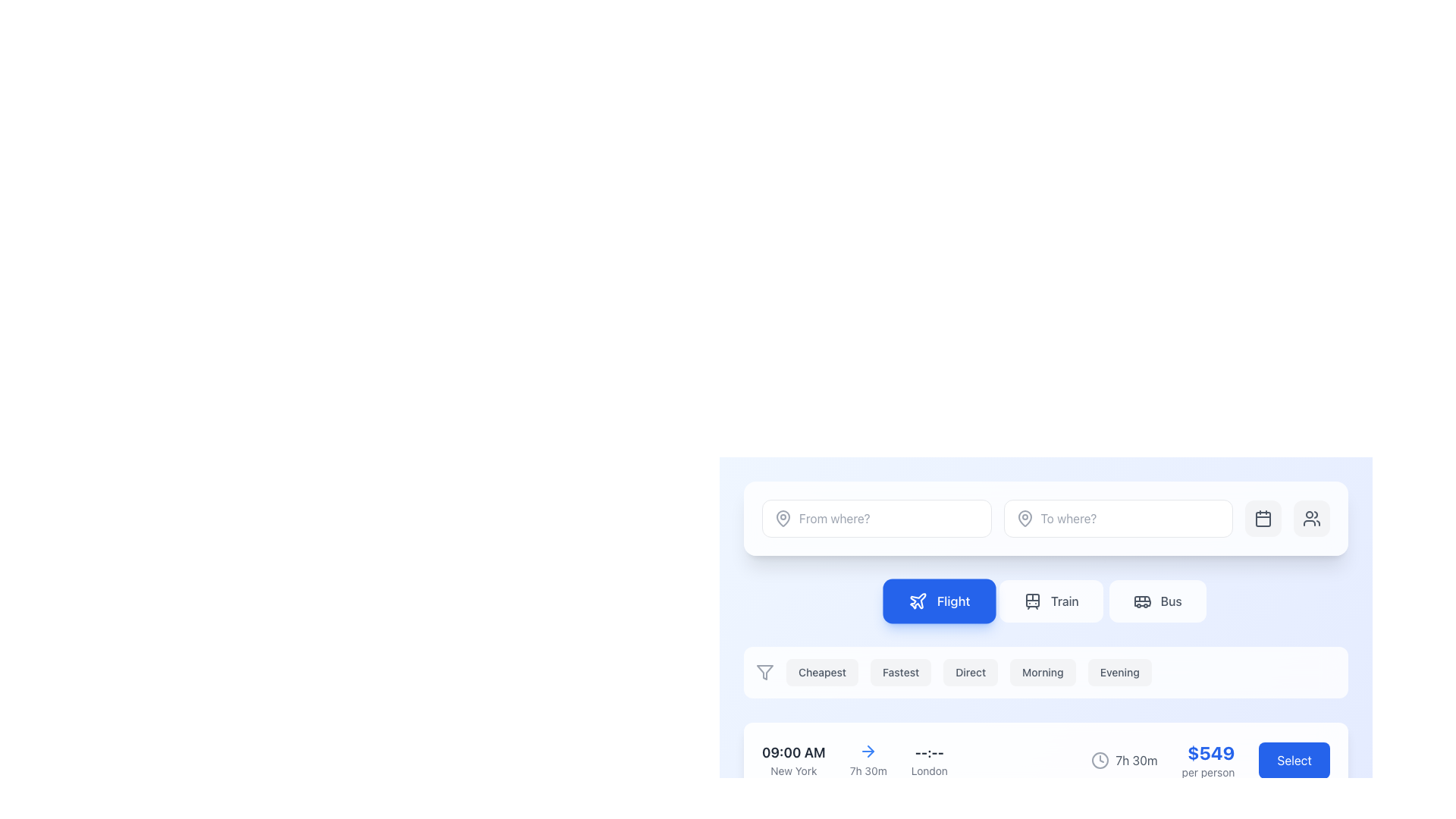  I want to click on flight duration and pricing information displayed in the Composite component located at the lower right side of the user interface, which includes the text '7h 30m', a clock icon, and '$549 per person' in bold blue text, along with a 'Select' button, so click(1210, 760).